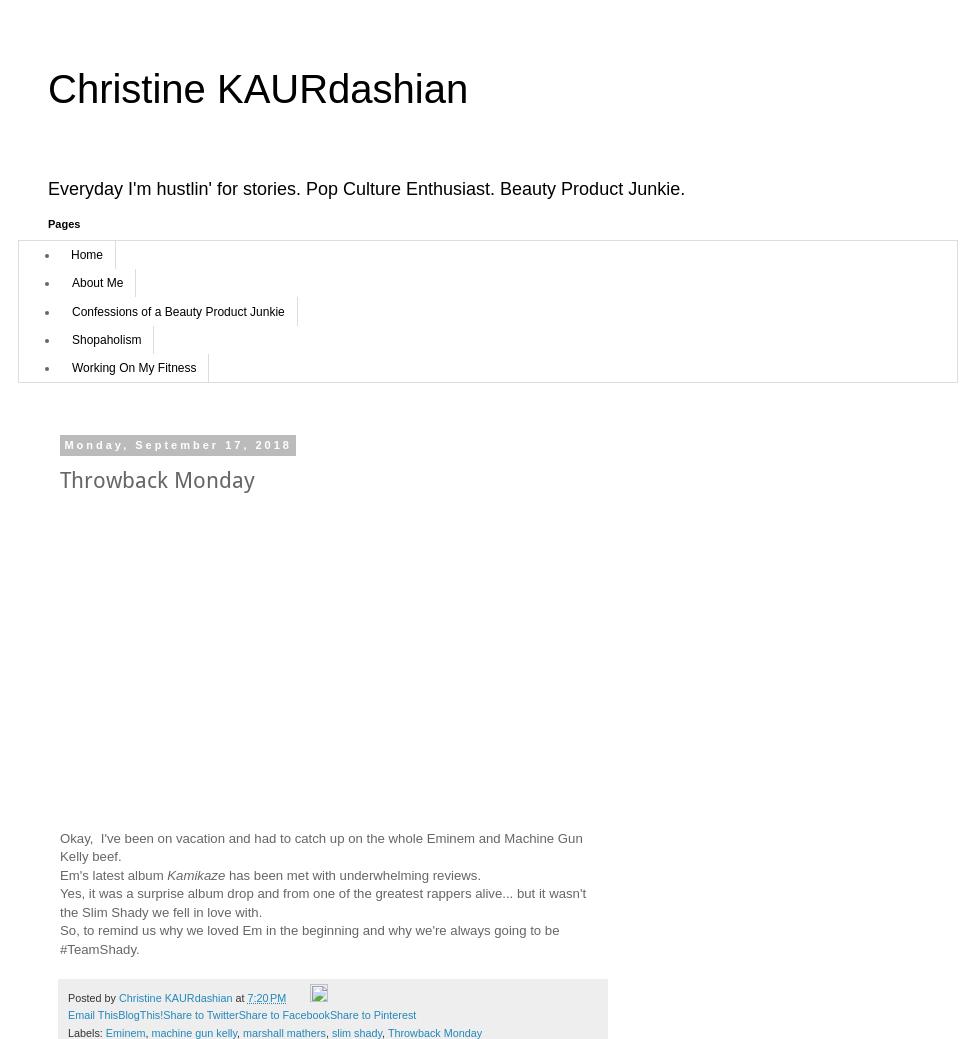  I want to click on 'So, to remind us why we loved Em in the beginning and why we're always going to be #TeamShady.', so click(59, 939).